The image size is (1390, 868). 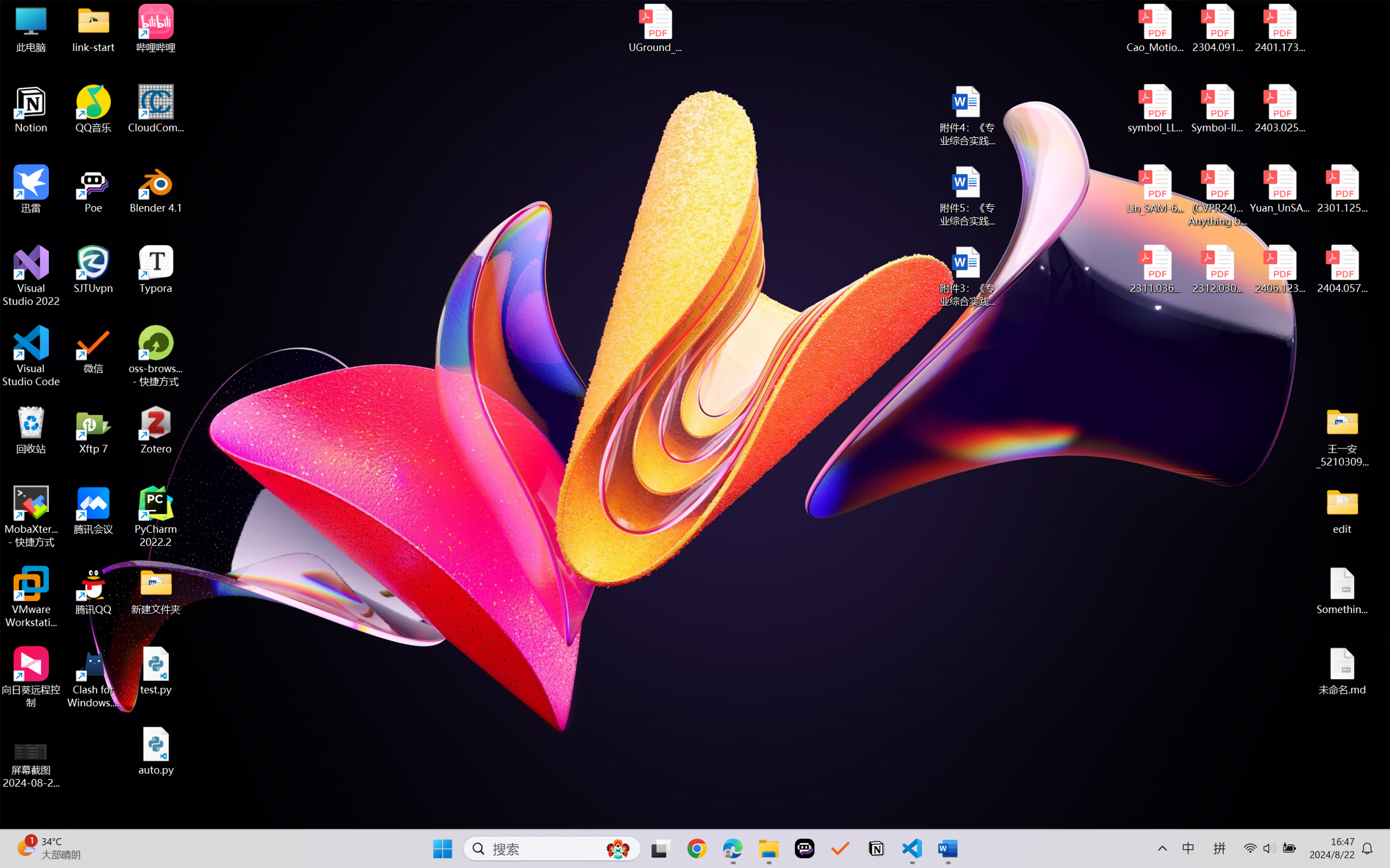 What do you see at coordinates (1279, 28) in the screenshot?
I see `'2401.17399v1.pdf'` at bounding box center [1279, 28].